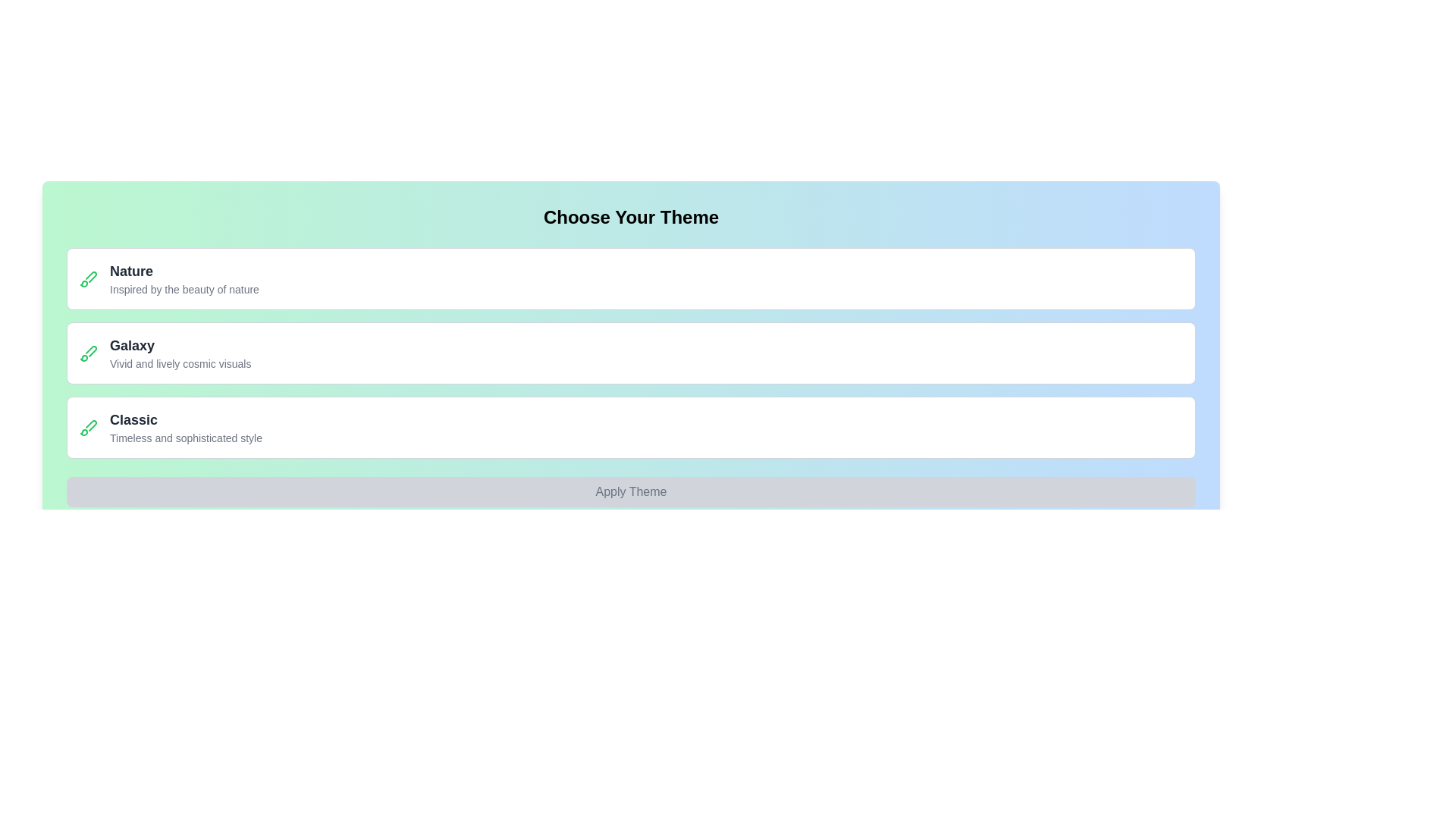 The height and width of the screenshot is (819, 1456). Describe the element at coordinates (90, 277) in the screenshot. I see `the brush-like icon in the first option's icon group, located on the left side of the 'Nature' textual area` at that location.